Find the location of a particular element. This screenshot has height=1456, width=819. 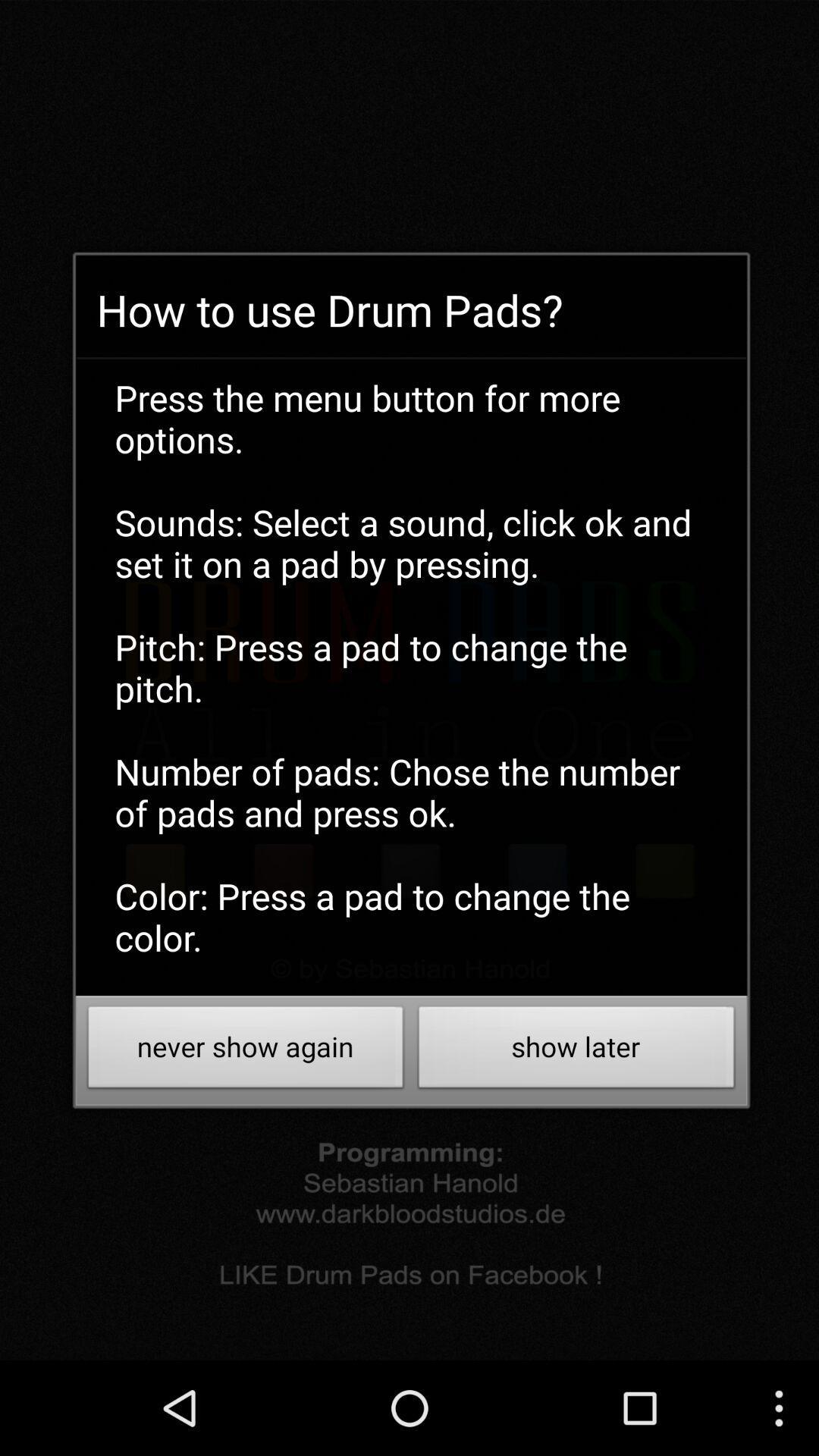

the icon at the bottom right corner is located at coordinates (576, 1050).